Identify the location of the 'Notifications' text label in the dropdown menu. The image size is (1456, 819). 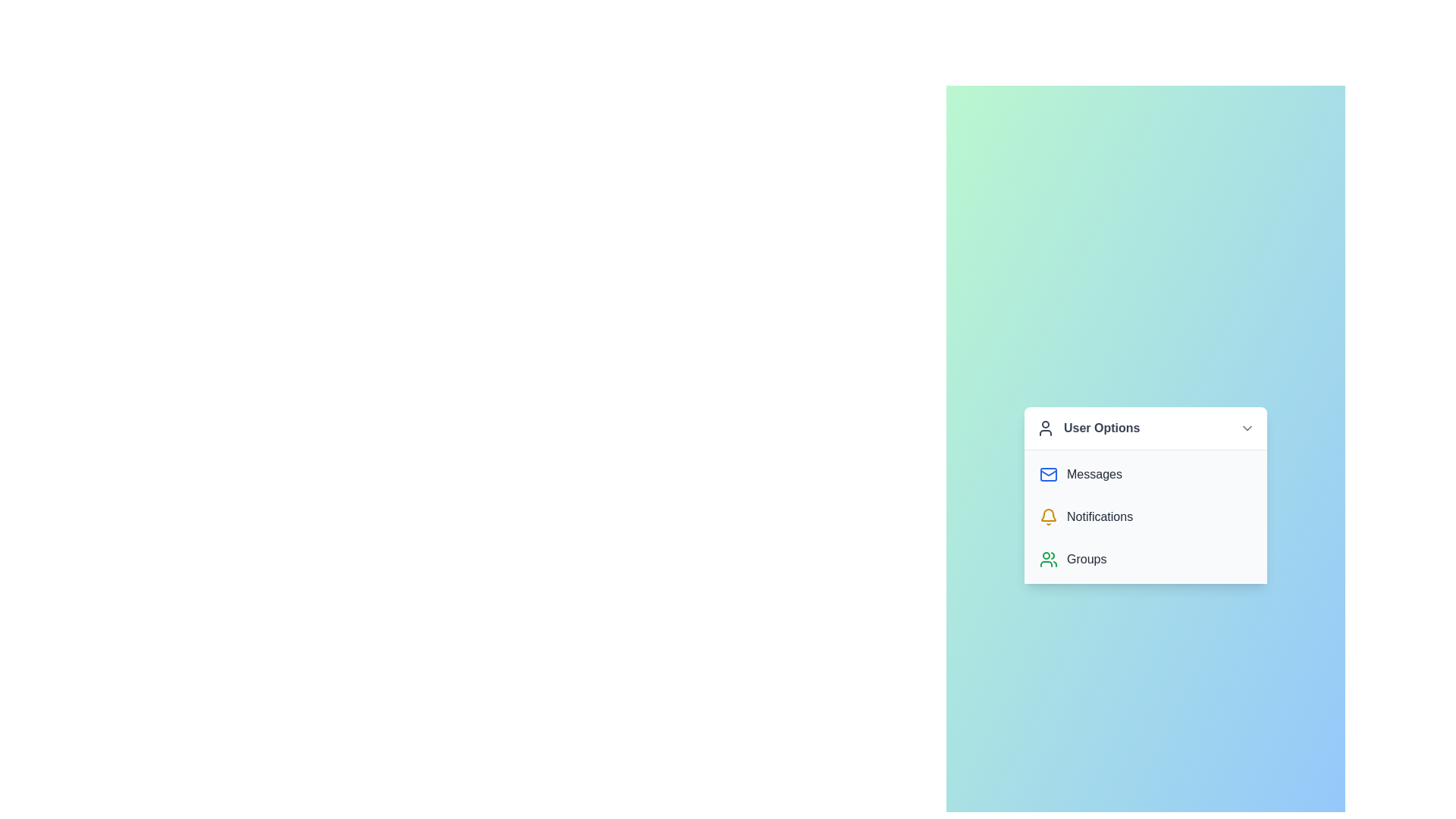
(1100, 516).